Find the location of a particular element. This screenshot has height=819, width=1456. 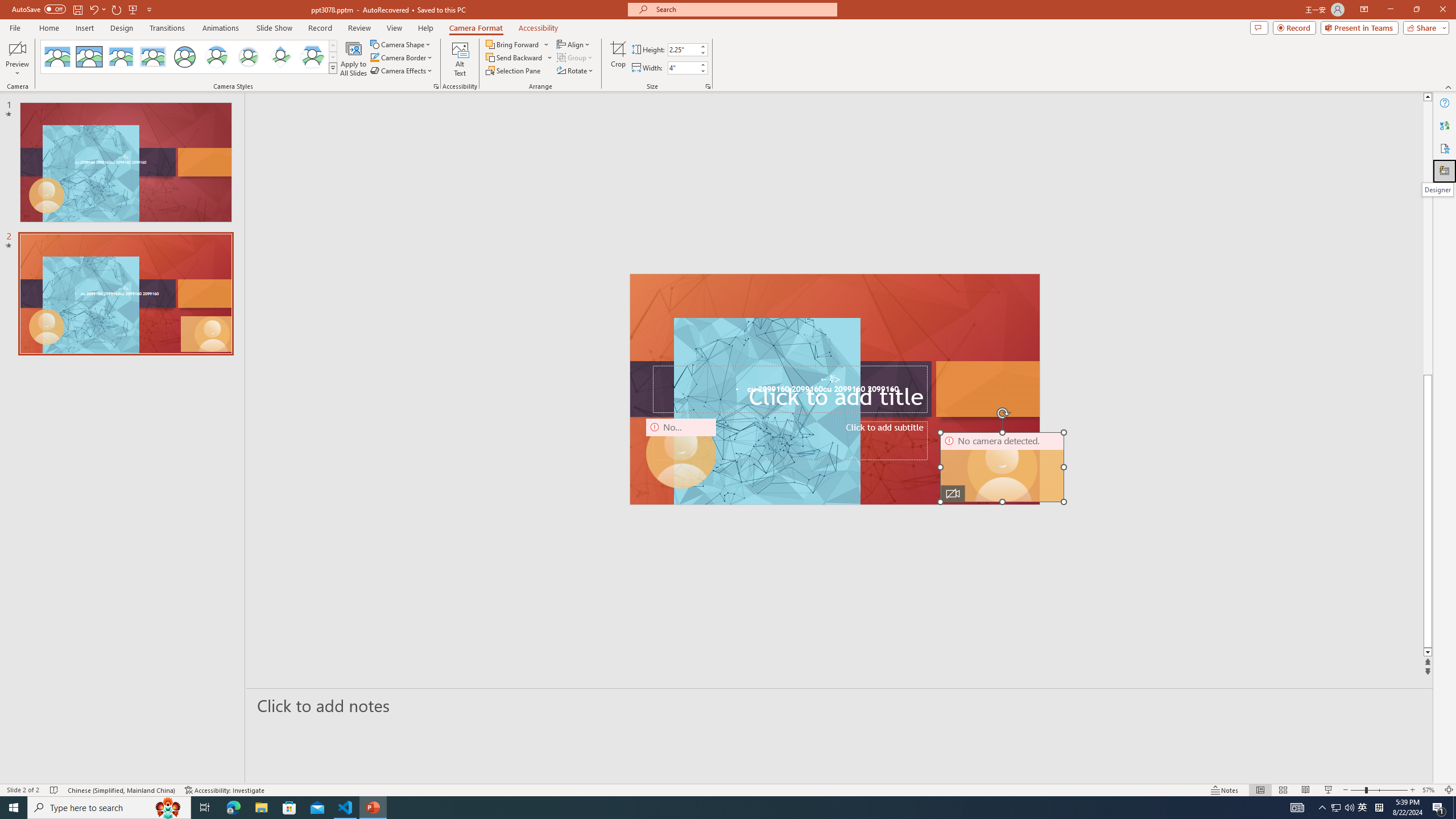

'Bring Forward' is located at coordinates (512, 44).